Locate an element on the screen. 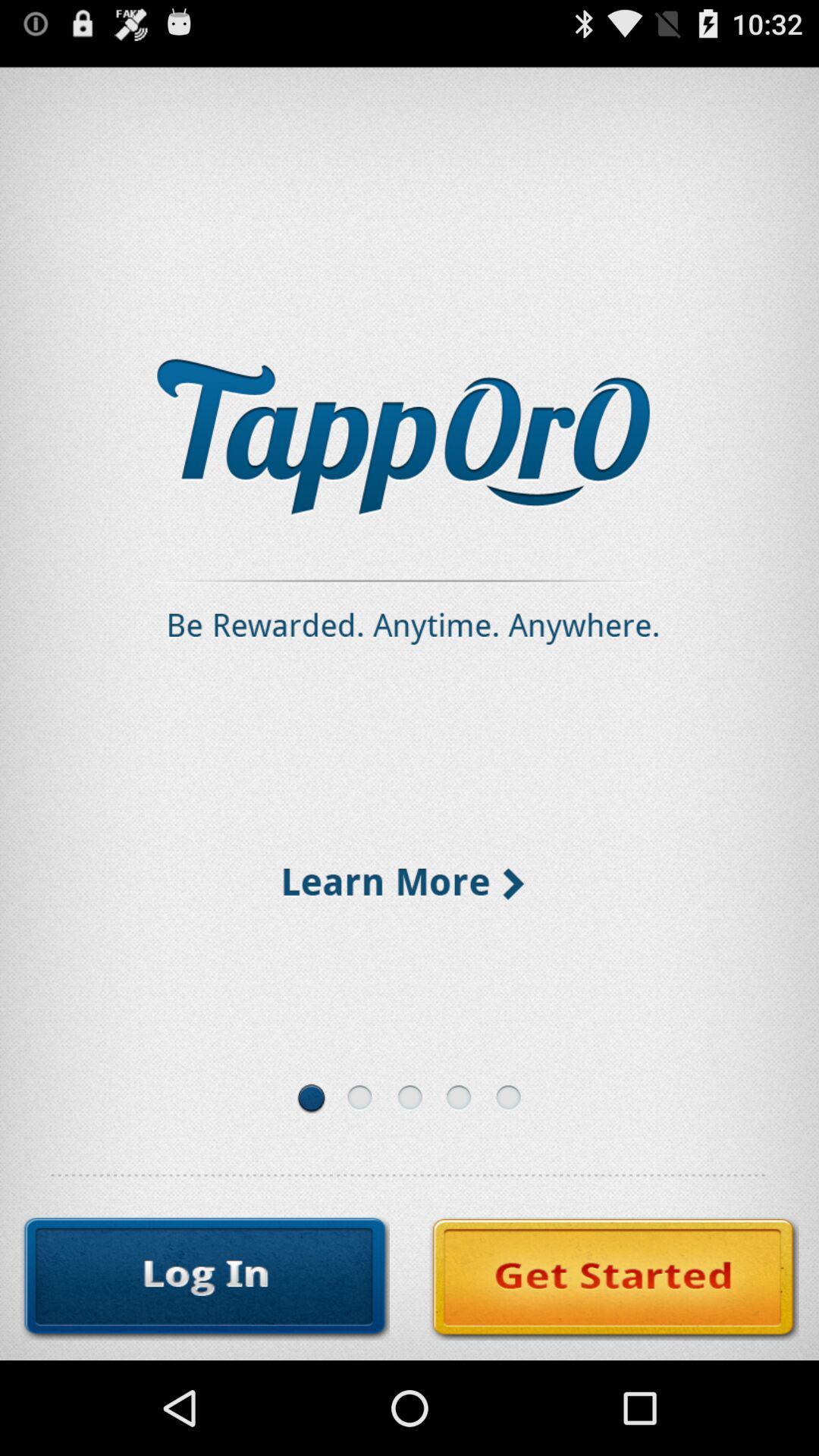  press to get started is located at coordinates (614, 1278).